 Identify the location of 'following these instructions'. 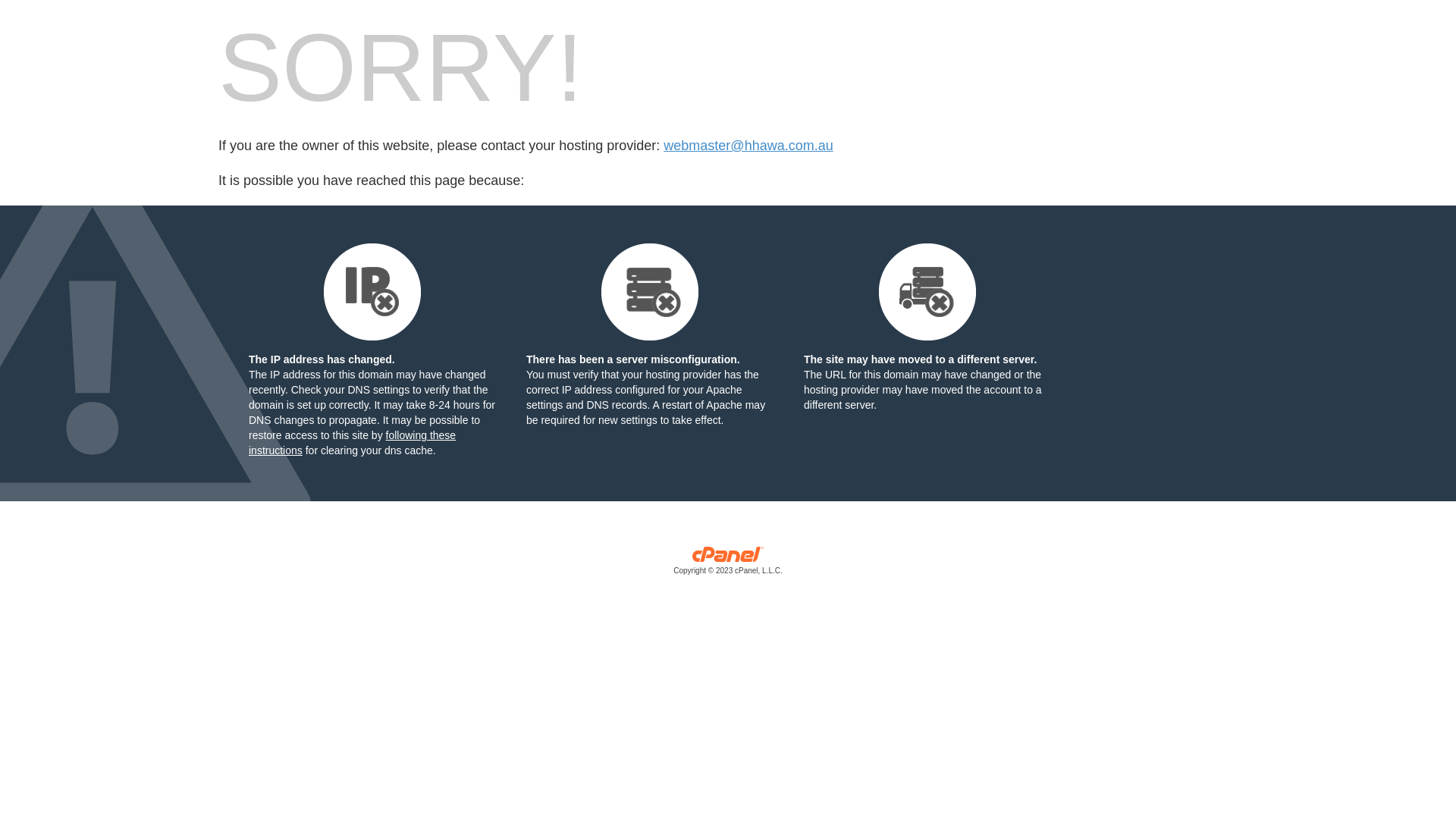
(351, 442).